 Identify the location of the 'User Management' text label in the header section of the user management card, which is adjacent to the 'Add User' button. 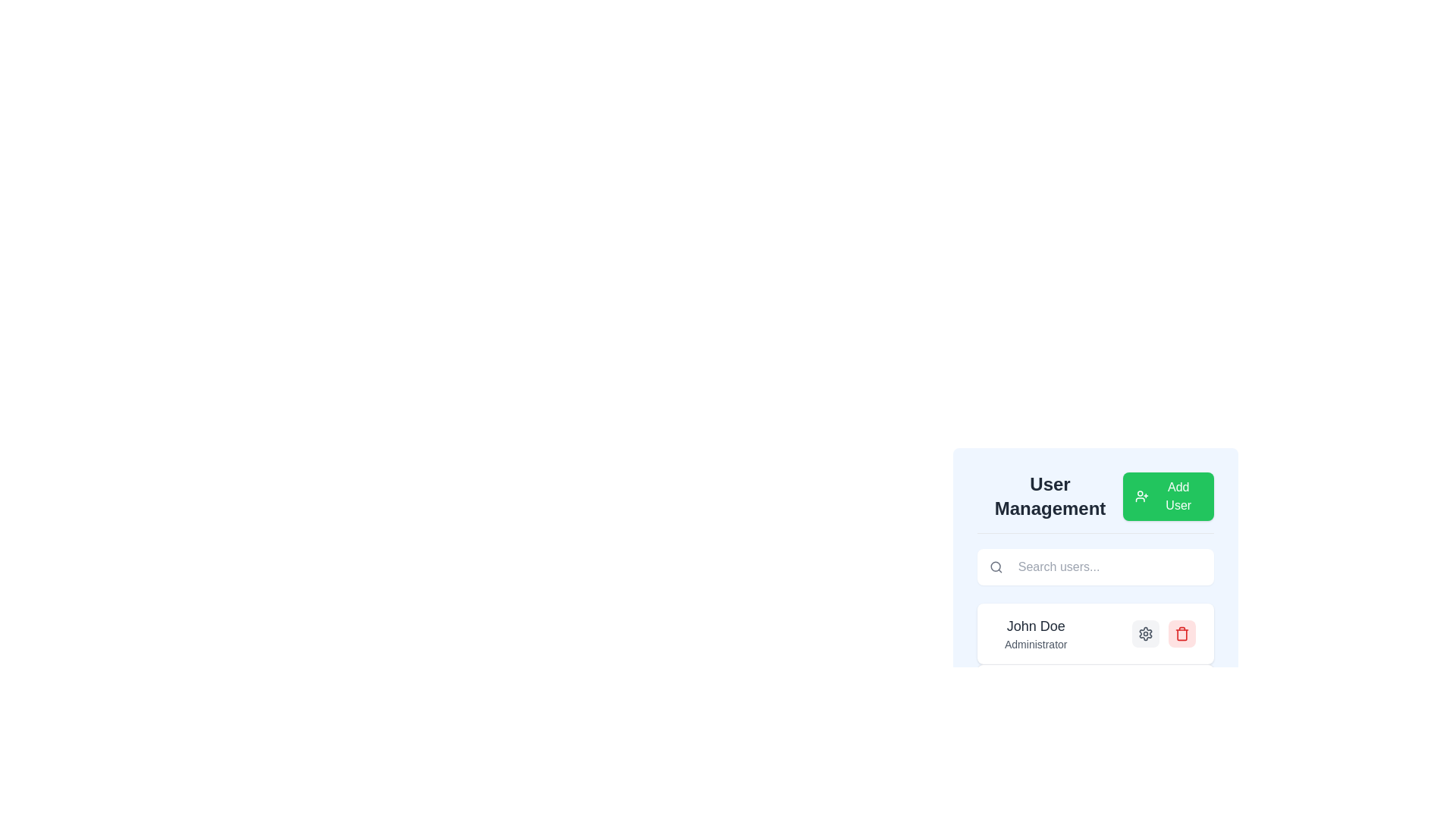
(1095, 503).